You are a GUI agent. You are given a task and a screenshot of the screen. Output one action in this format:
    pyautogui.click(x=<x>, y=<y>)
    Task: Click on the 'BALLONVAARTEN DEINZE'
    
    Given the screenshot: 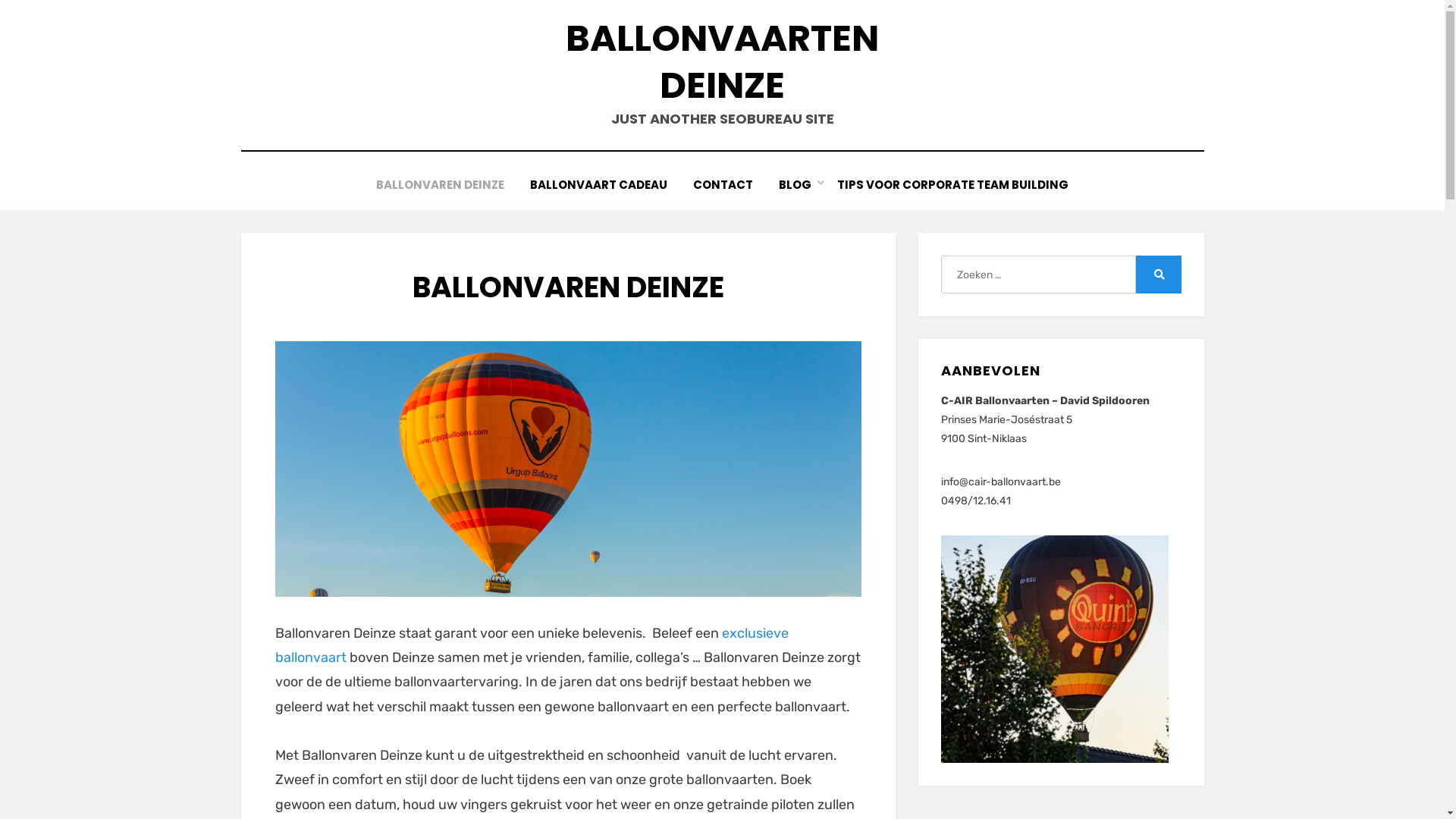 What is the action you would take?
    pyautogui.click(x=721, y=61)
    